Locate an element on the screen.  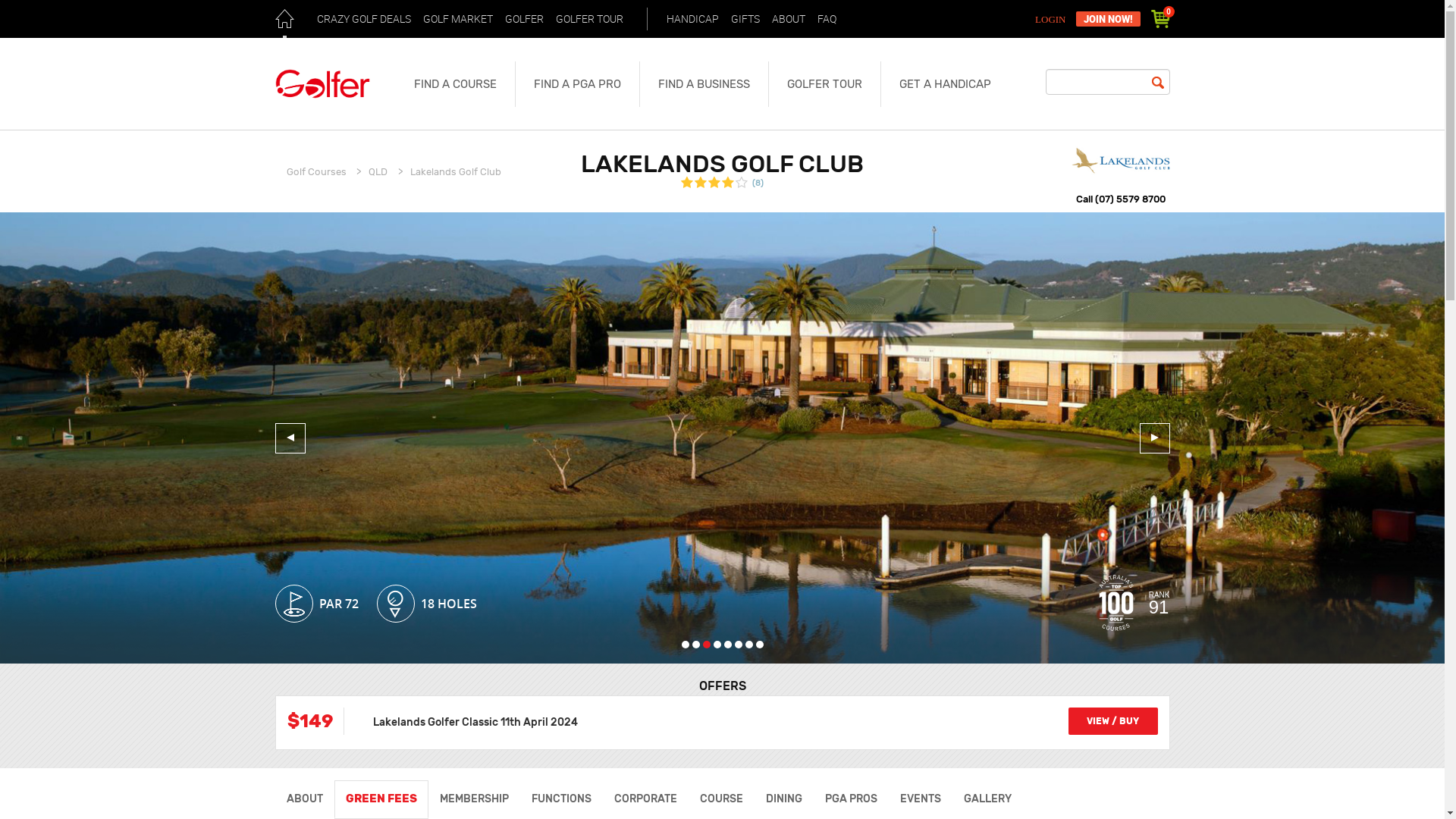
'7' is located at coordinates (745, 644).